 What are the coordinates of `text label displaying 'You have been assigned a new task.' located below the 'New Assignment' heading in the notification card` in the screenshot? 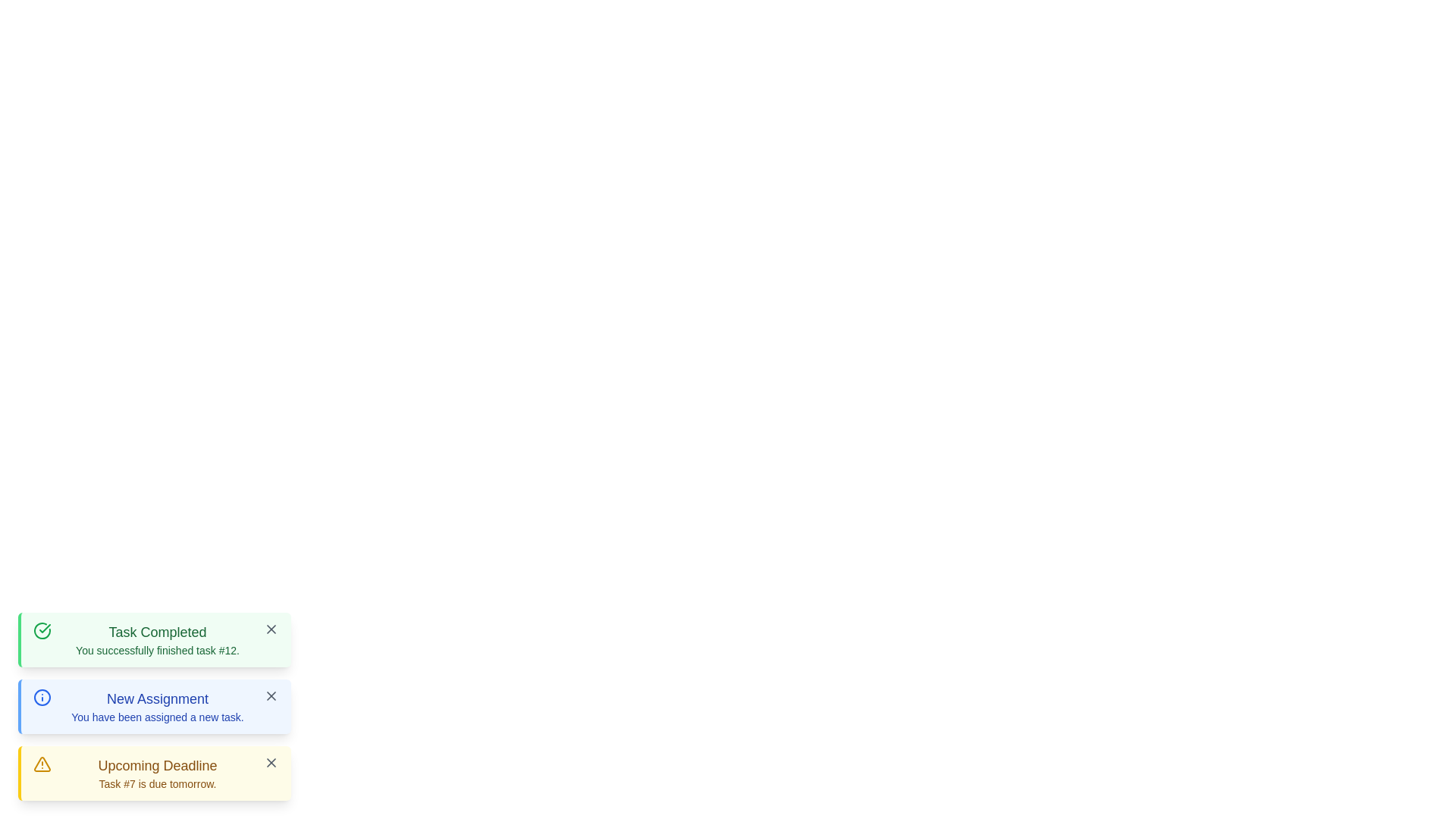 It's located at (157, 717).